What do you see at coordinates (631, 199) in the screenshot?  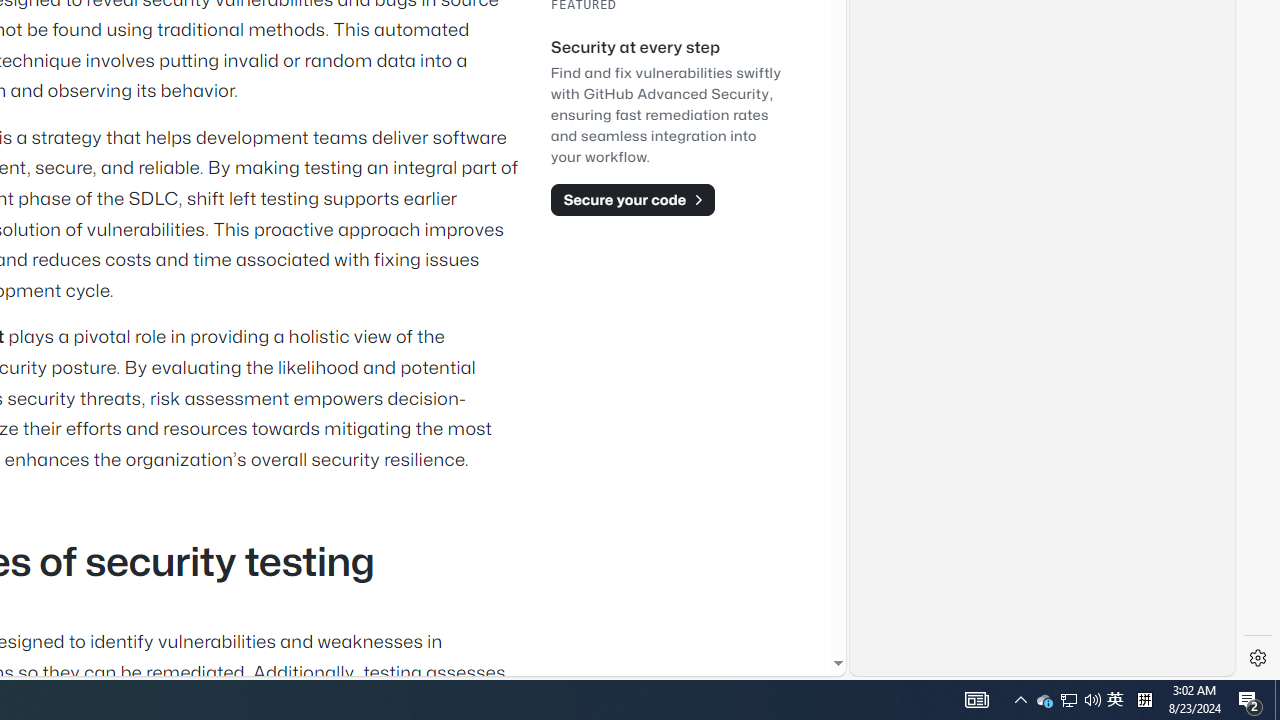 I see `'Secure your code'` at bounding box center [631, 199].